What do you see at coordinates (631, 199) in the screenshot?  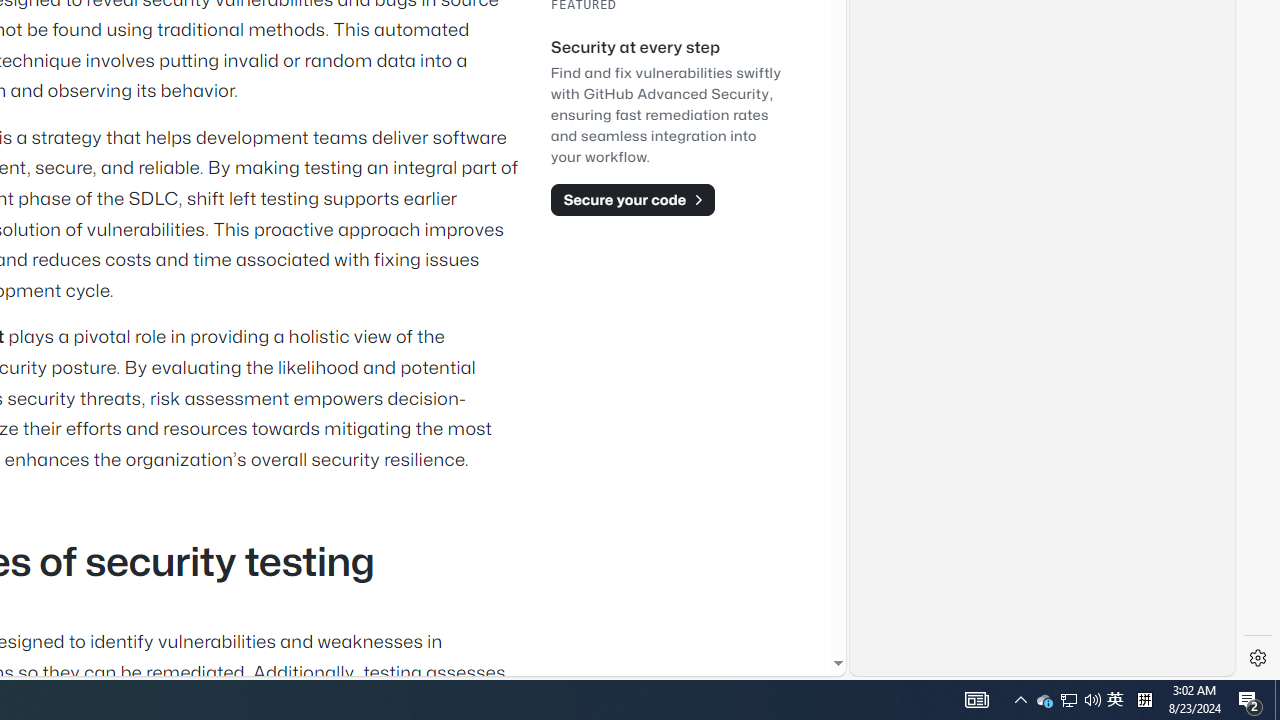 I see `'Secure your code'` at bounding box center [631, 199].